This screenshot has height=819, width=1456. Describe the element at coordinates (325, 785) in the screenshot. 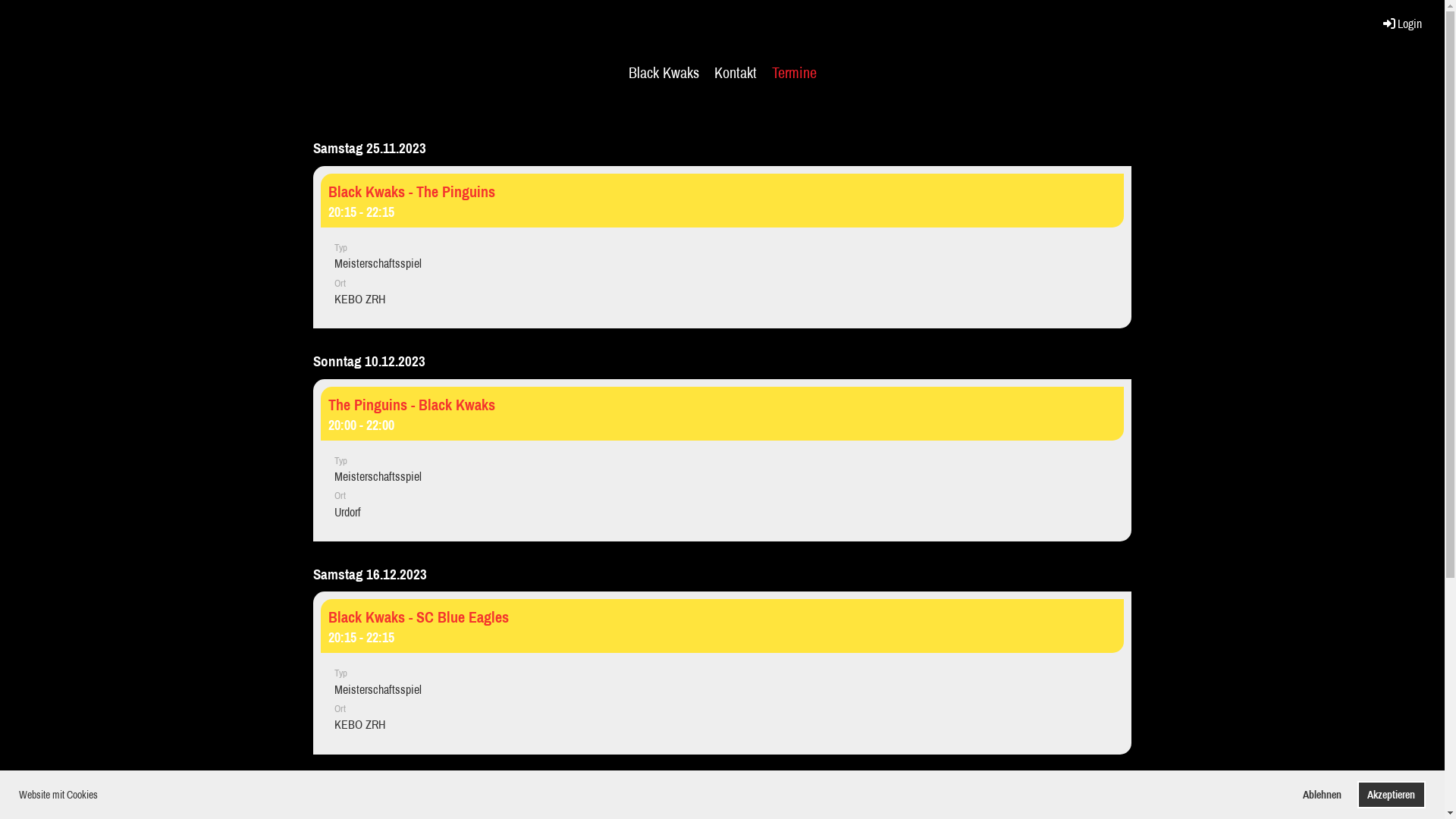

I see `'Termine abonnieren'` at that location.